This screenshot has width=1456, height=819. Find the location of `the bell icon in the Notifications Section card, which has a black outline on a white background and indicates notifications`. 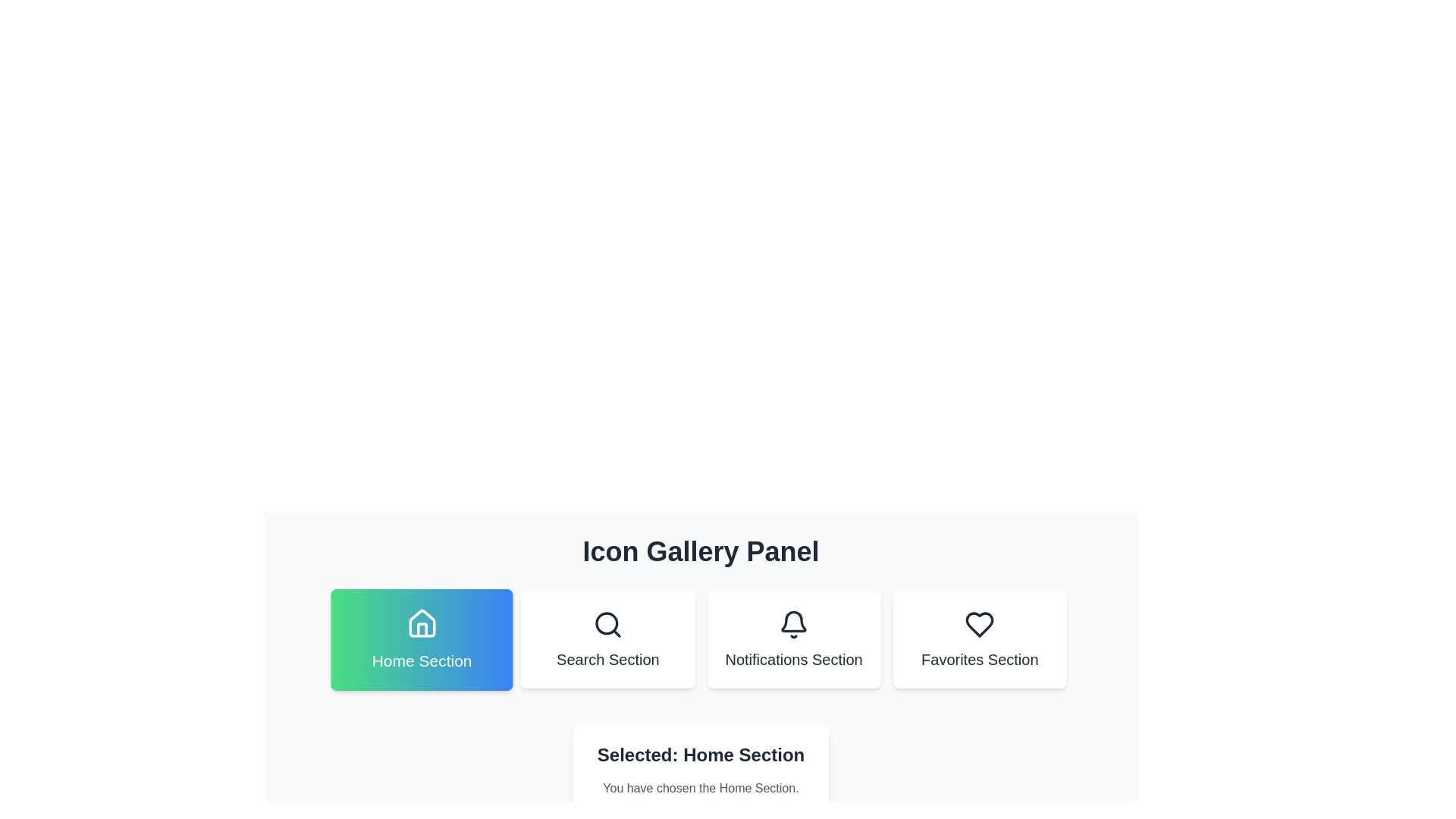

the bell icon in the Notifications Section card, which has a black outline on a white background and indicates notifications is located at coordinates (793, 625).